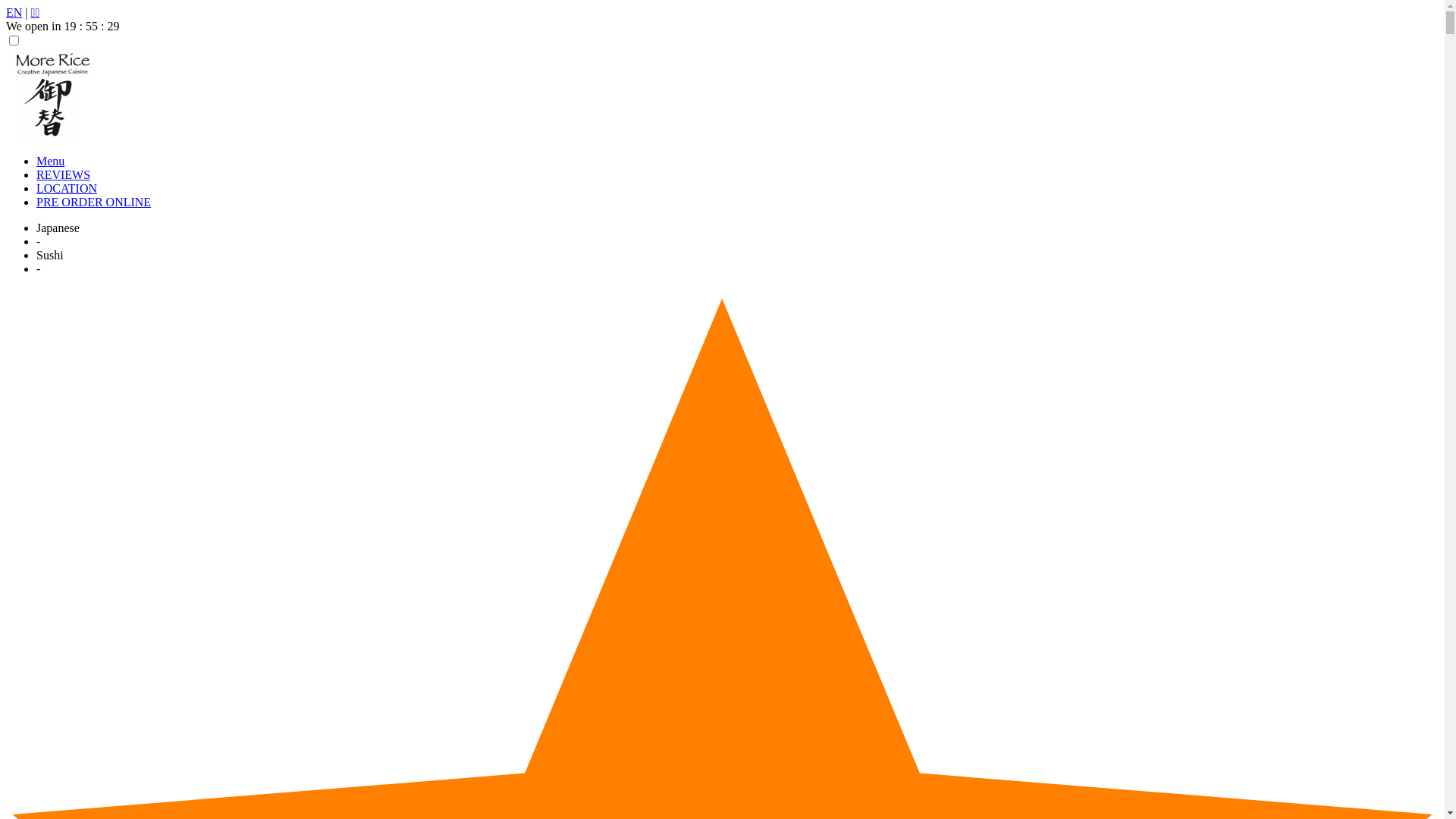 This screenshot has width=1456, height=819. Describe the element at coordinates (14, 12) in the screenshot. I see `'EN'` at that location.